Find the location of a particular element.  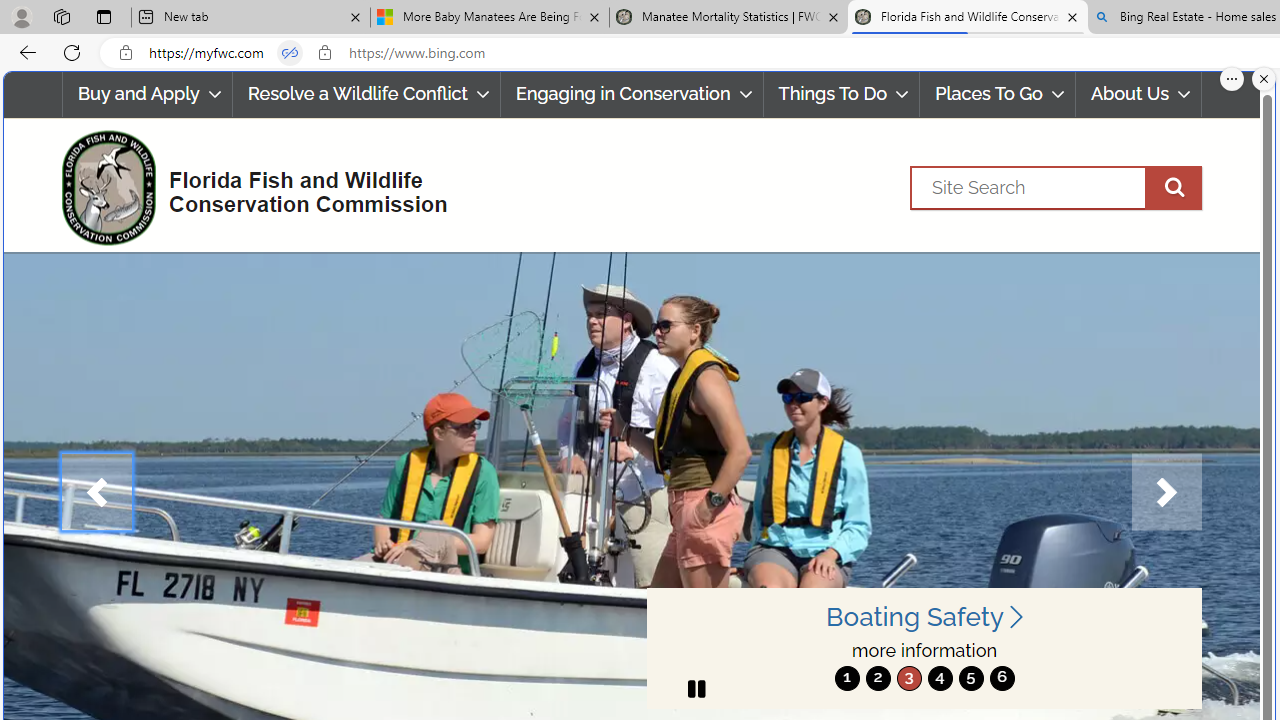

'Things To Do' is located at coordinates (841, 94).